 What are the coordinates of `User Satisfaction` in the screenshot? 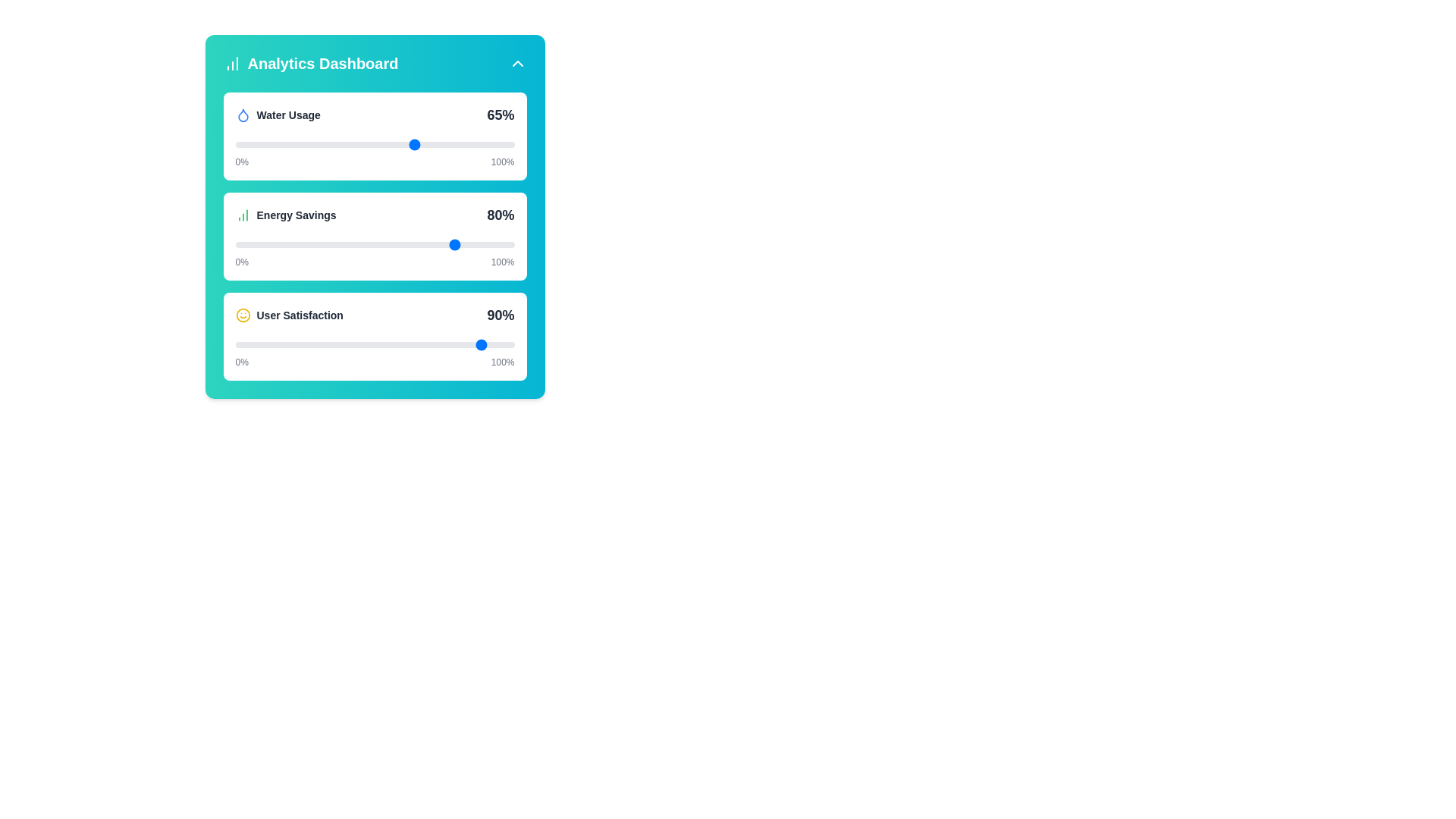 It's located at (394, 345).